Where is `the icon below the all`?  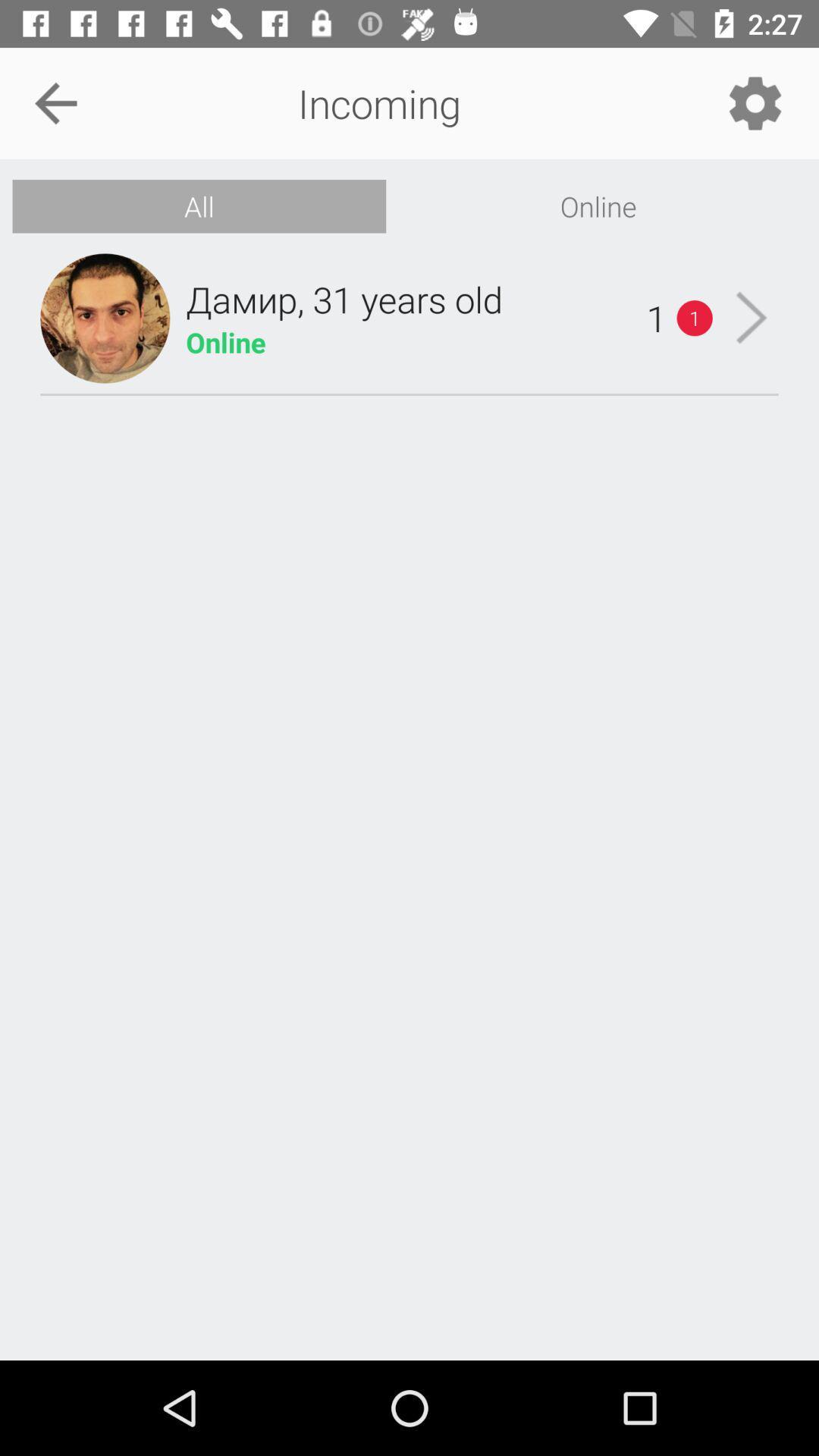 the icon below the all is located at coordinates (104, 318).